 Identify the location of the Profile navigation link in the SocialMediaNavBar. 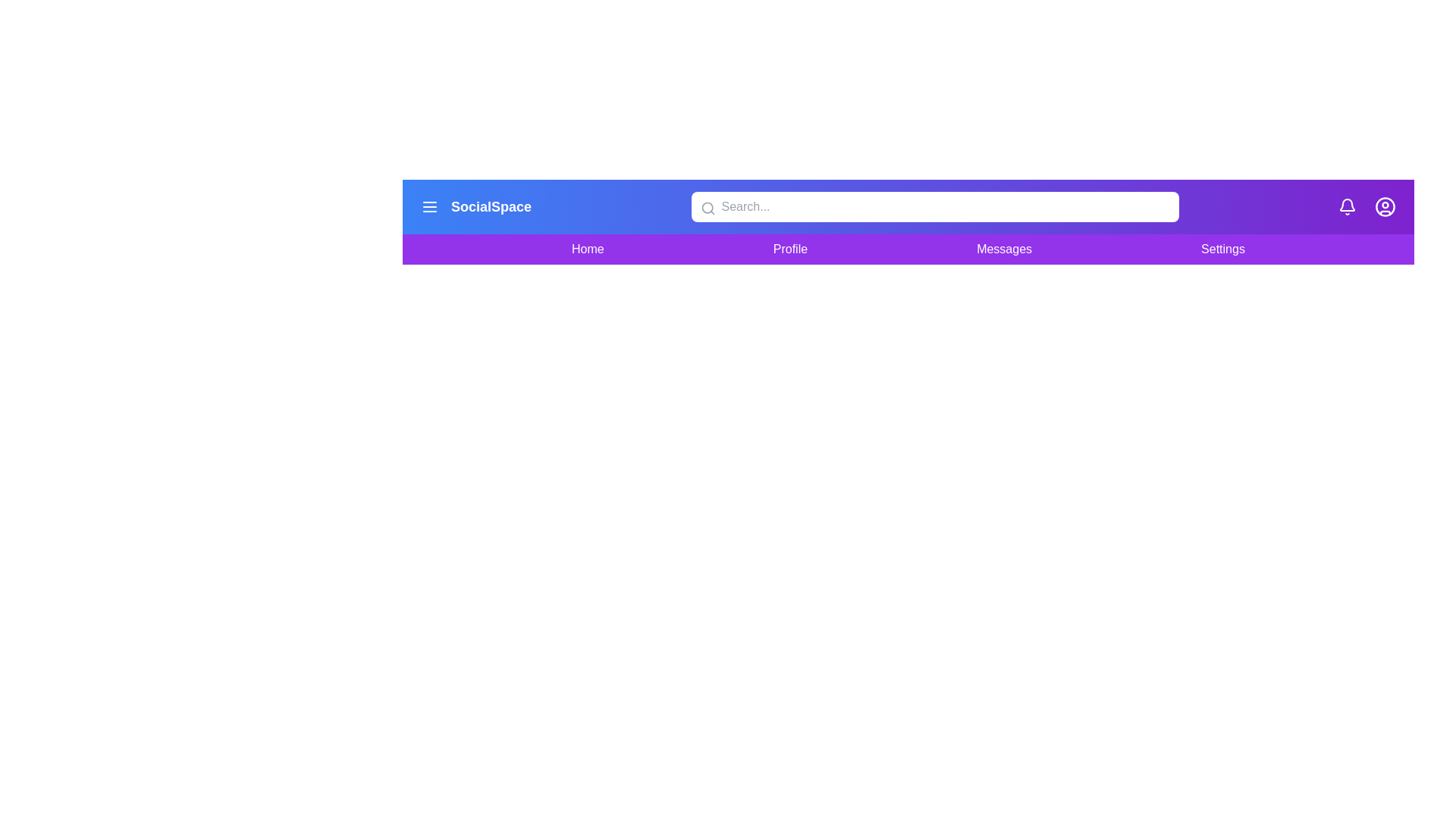
(789, 248).